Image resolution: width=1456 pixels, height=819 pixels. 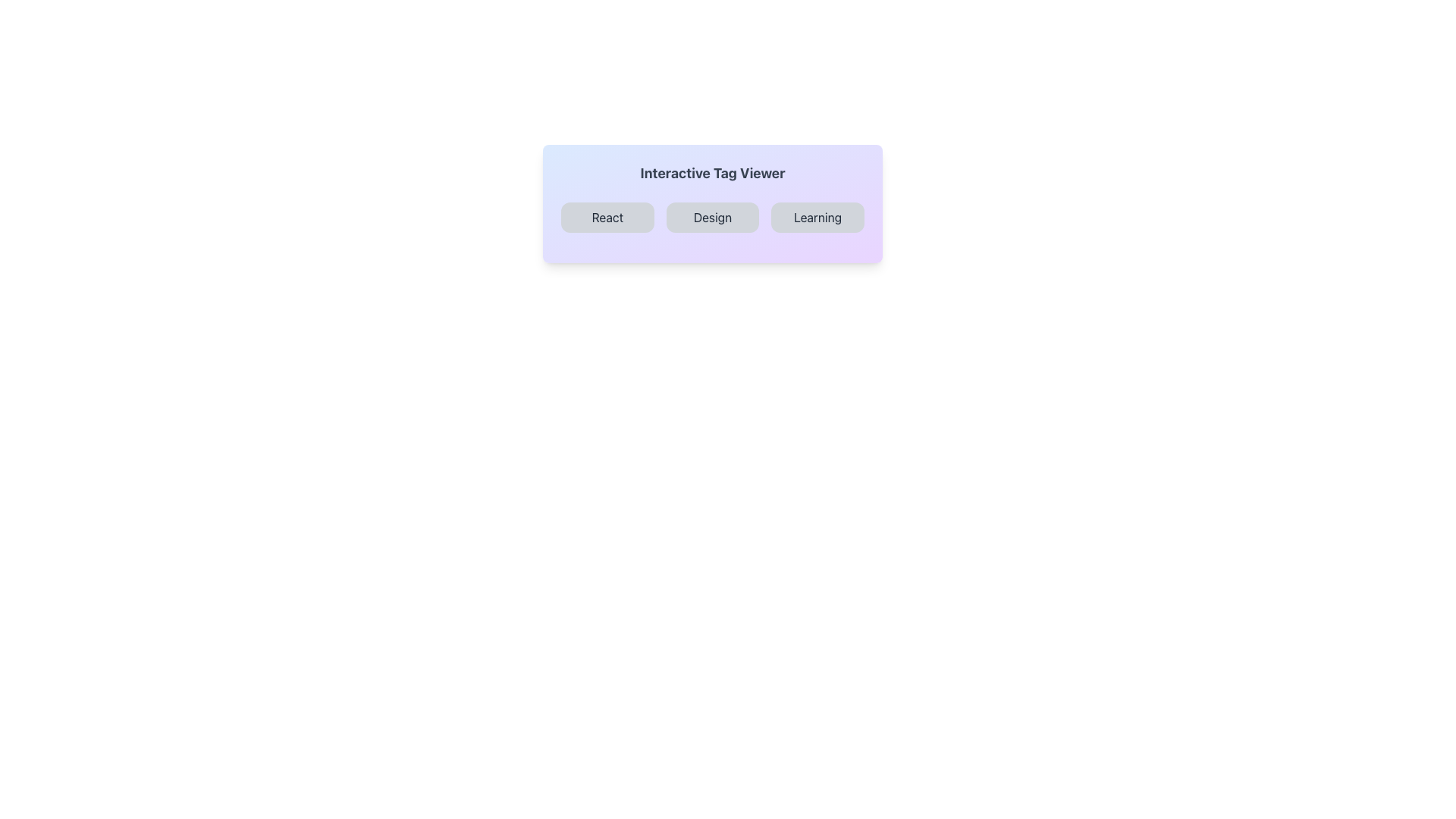 What do you see at coordinates (712, 217) in the screenshot?
I see `the second button labeled 'Design' in a group of three buttons that includes 'React' and 'Learning', all styled with rounded corners and a light gray background` at bounding box center [712, 217].